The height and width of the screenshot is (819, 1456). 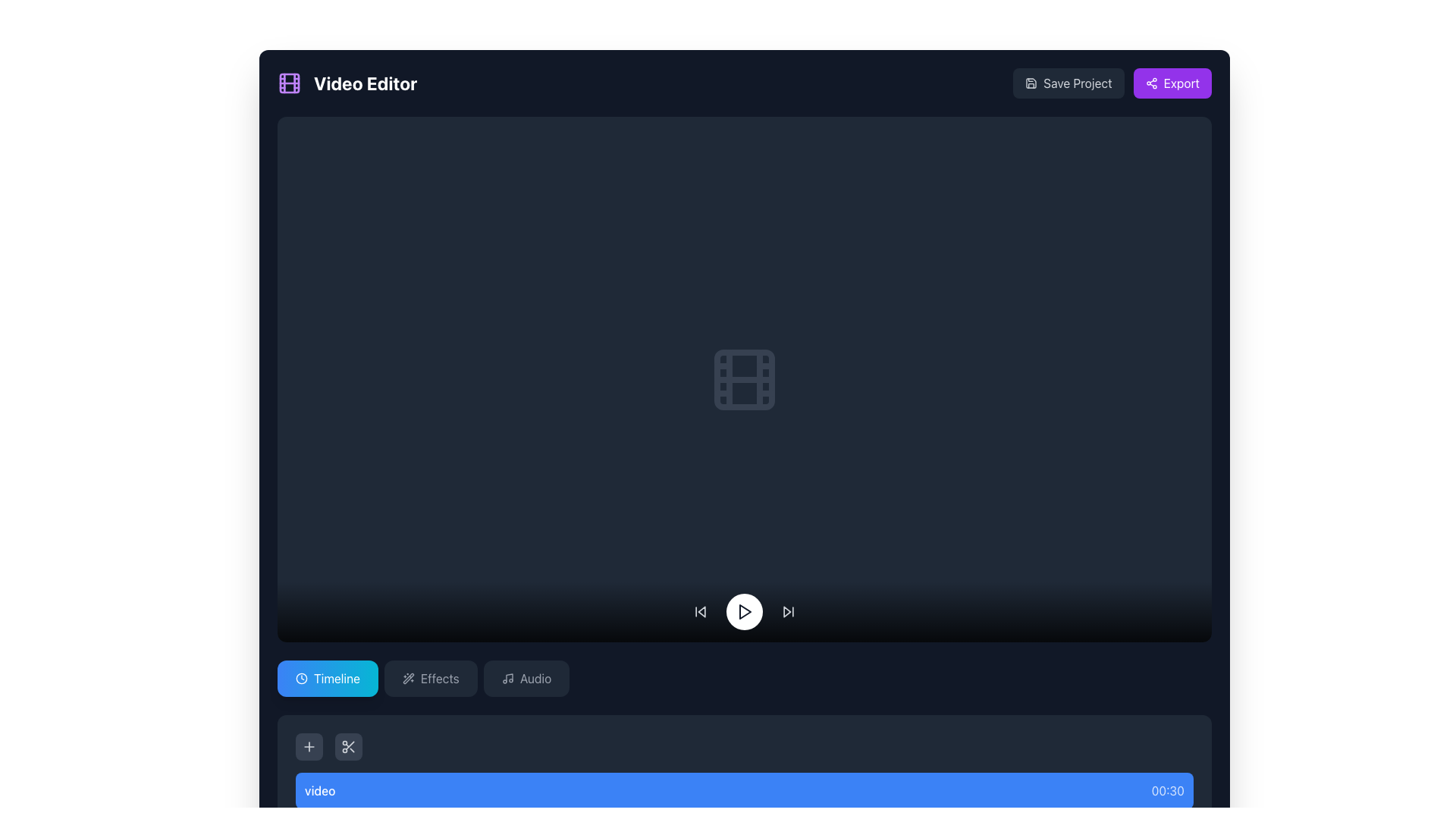 I want to click on the skip-forward button, which is an icon with a rightward arrow located in the horizontal control bar at the bottom of the interface, to skip forward, so click(x=789, y=610).